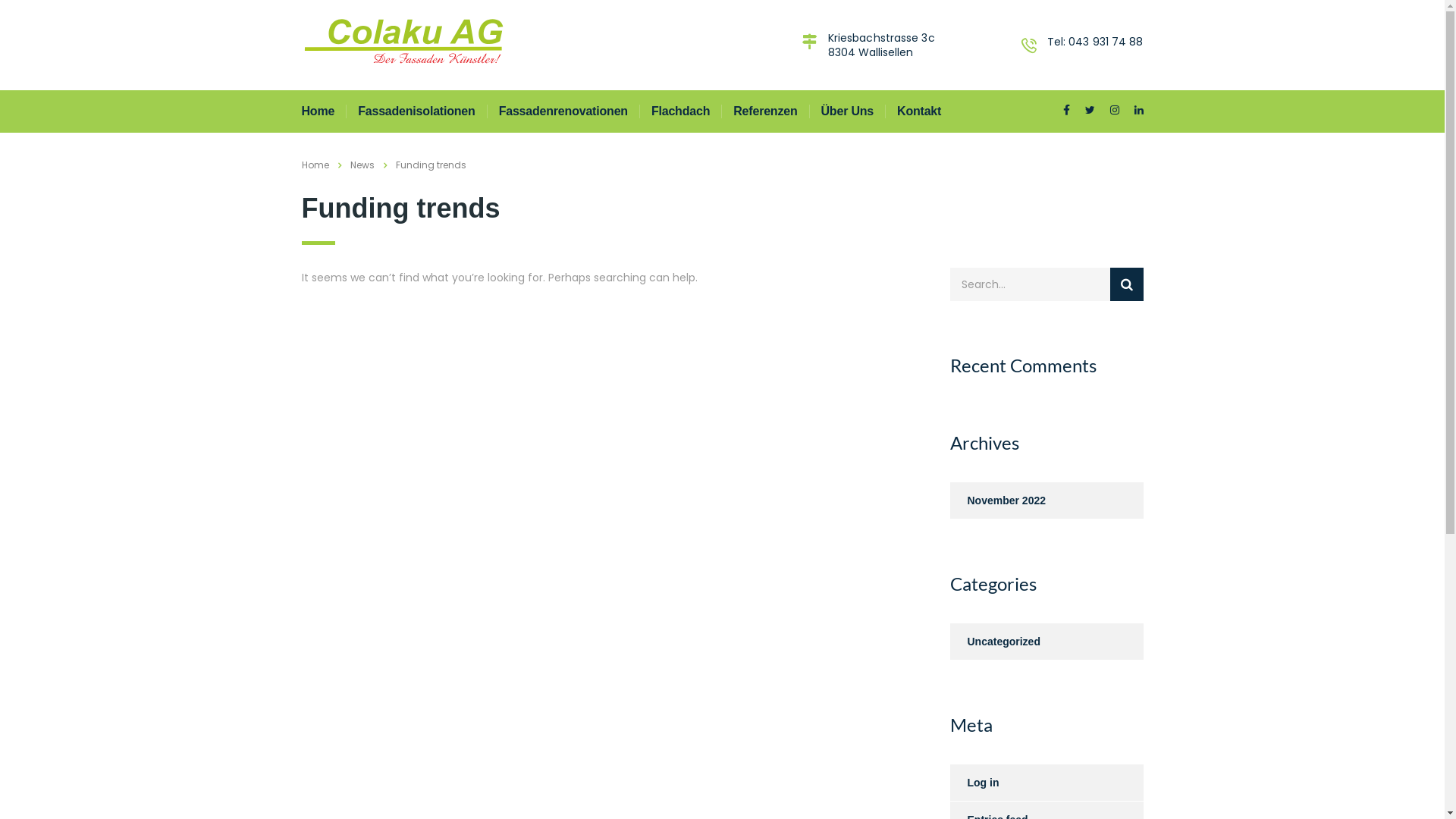 The image size is (1456, 819). Describe the element at coordinates (416, 110) in the screenshot. I see `'Fassadenisolationen'` at that location.